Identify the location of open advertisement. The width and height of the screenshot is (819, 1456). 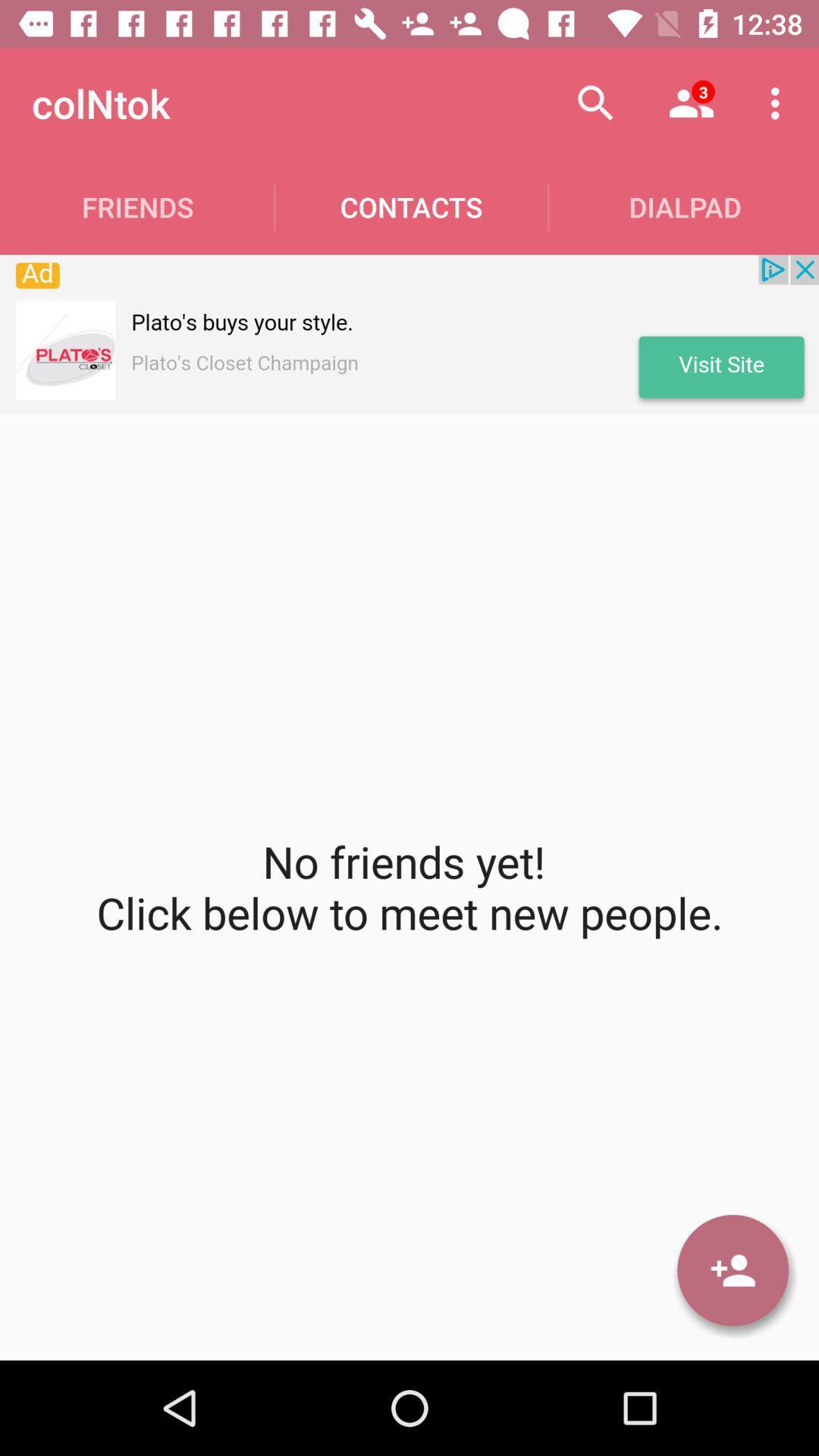
(409, 334).